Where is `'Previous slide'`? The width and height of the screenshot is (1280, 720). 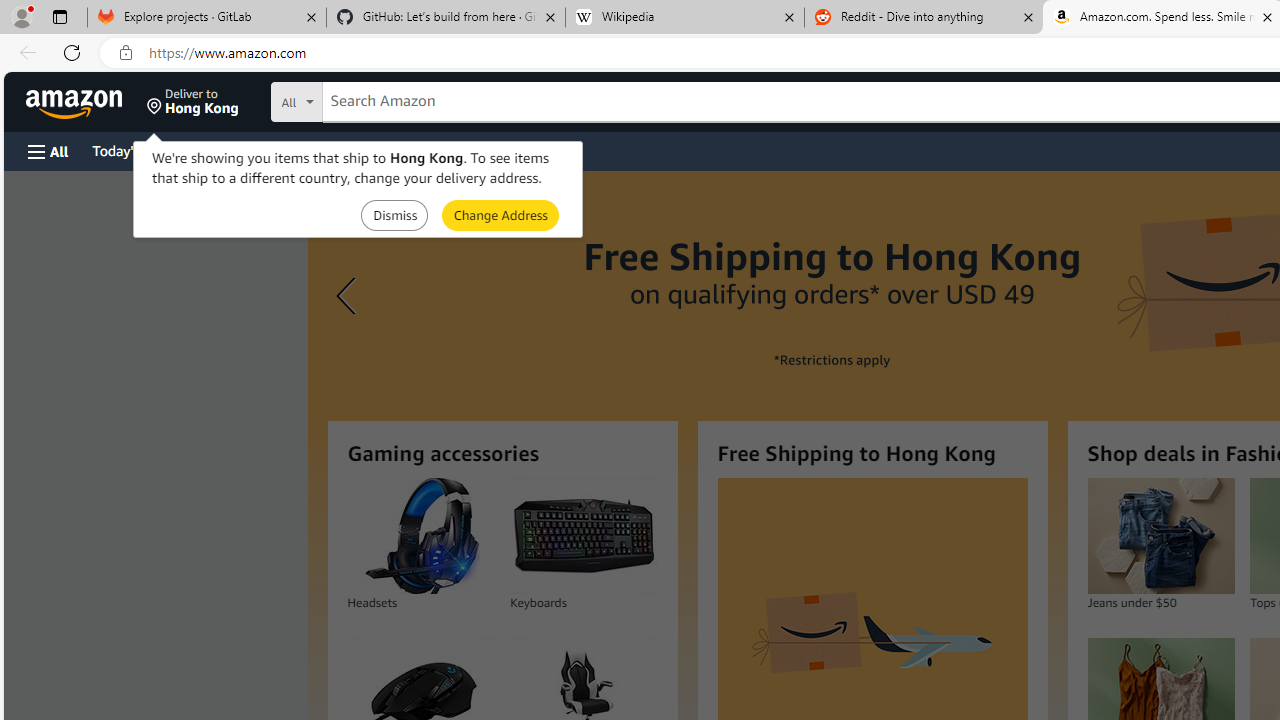 'Previous slide' is located at coordinates (349, 296).